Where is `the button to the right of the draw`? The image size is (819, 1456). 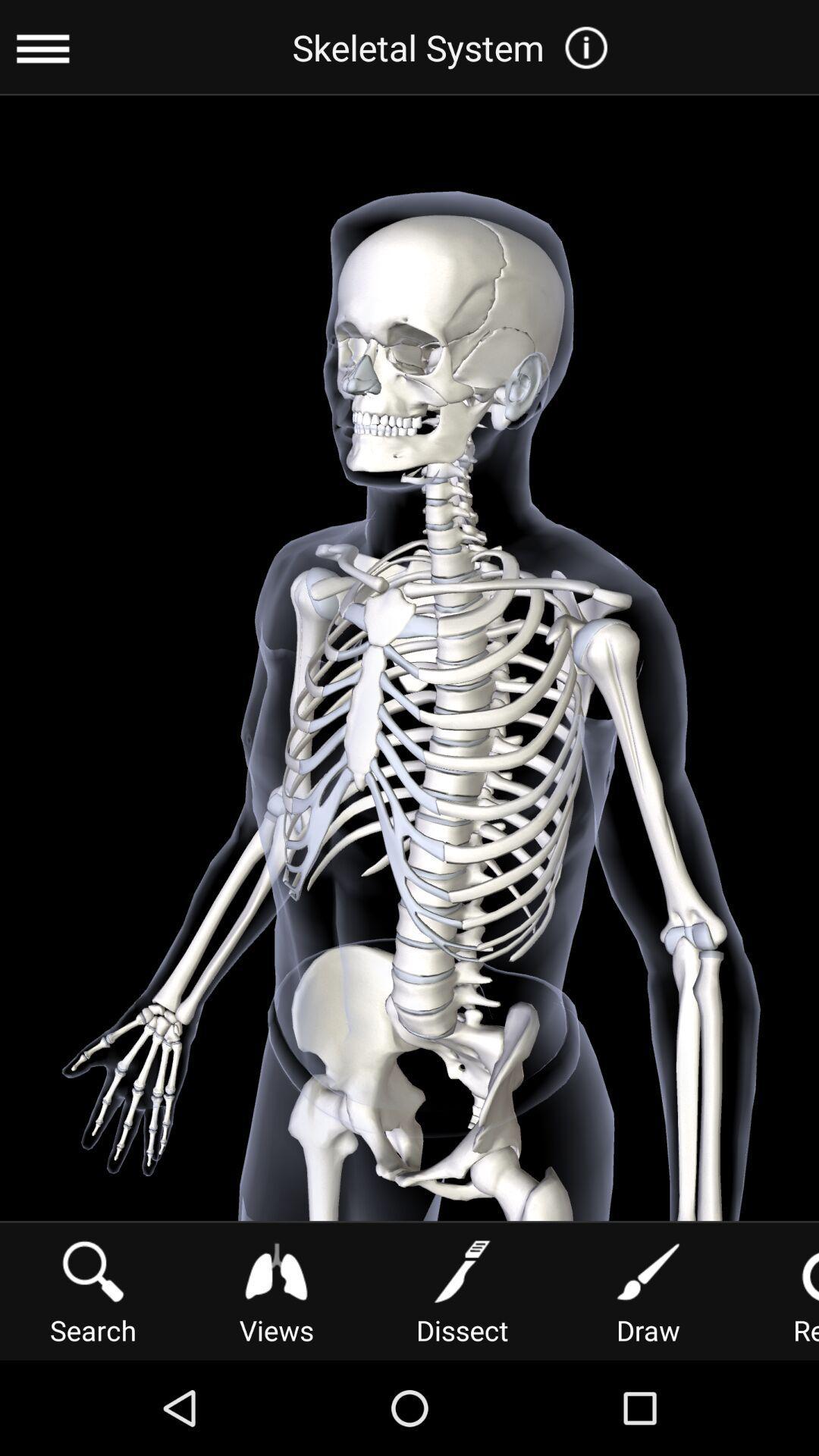 the button to the right of the draw is located at coordinates (783, 1289).